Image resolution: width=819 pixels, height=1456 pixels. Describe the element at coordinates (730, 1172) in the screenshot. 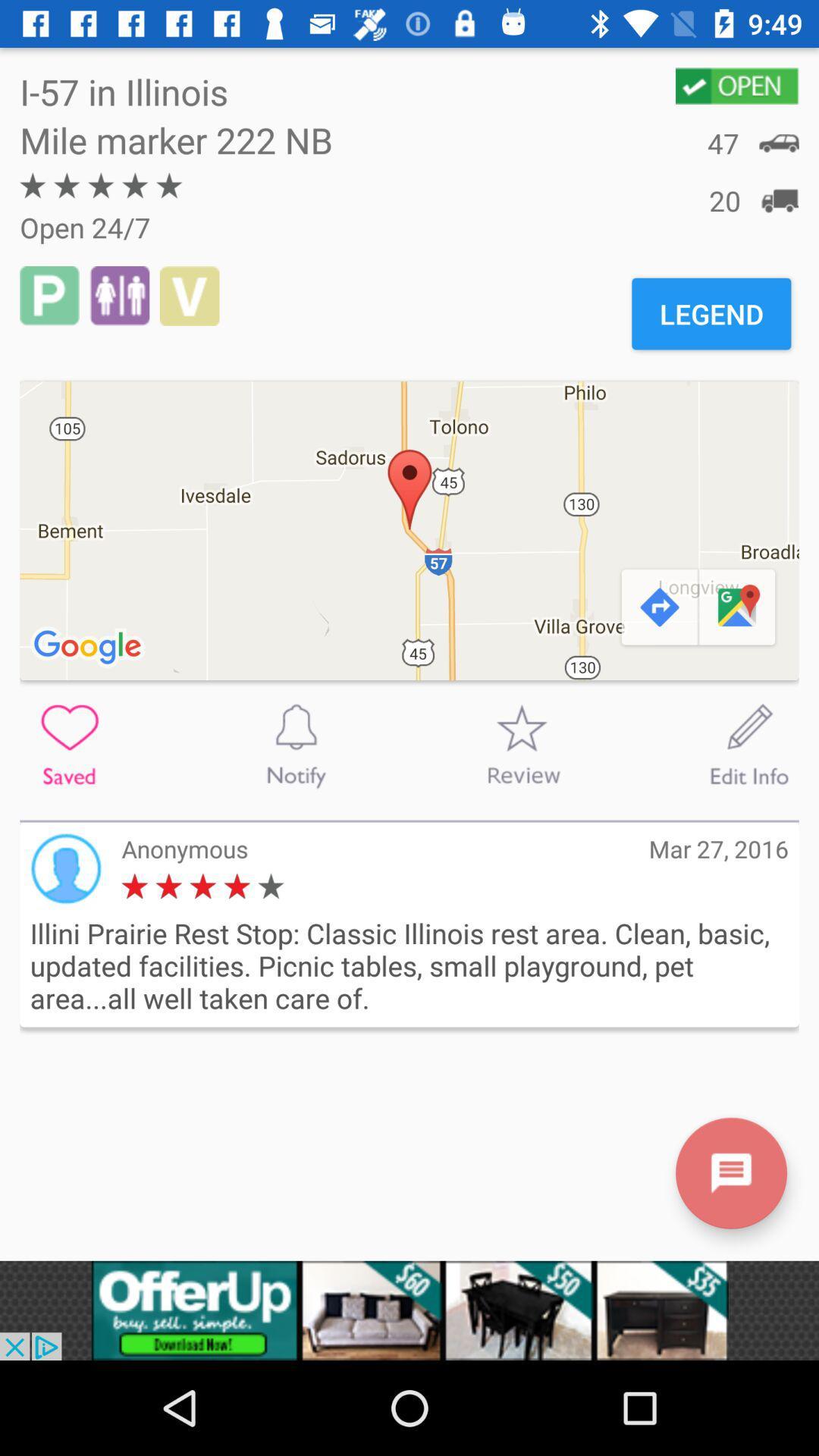

I see `menu button` at that location.